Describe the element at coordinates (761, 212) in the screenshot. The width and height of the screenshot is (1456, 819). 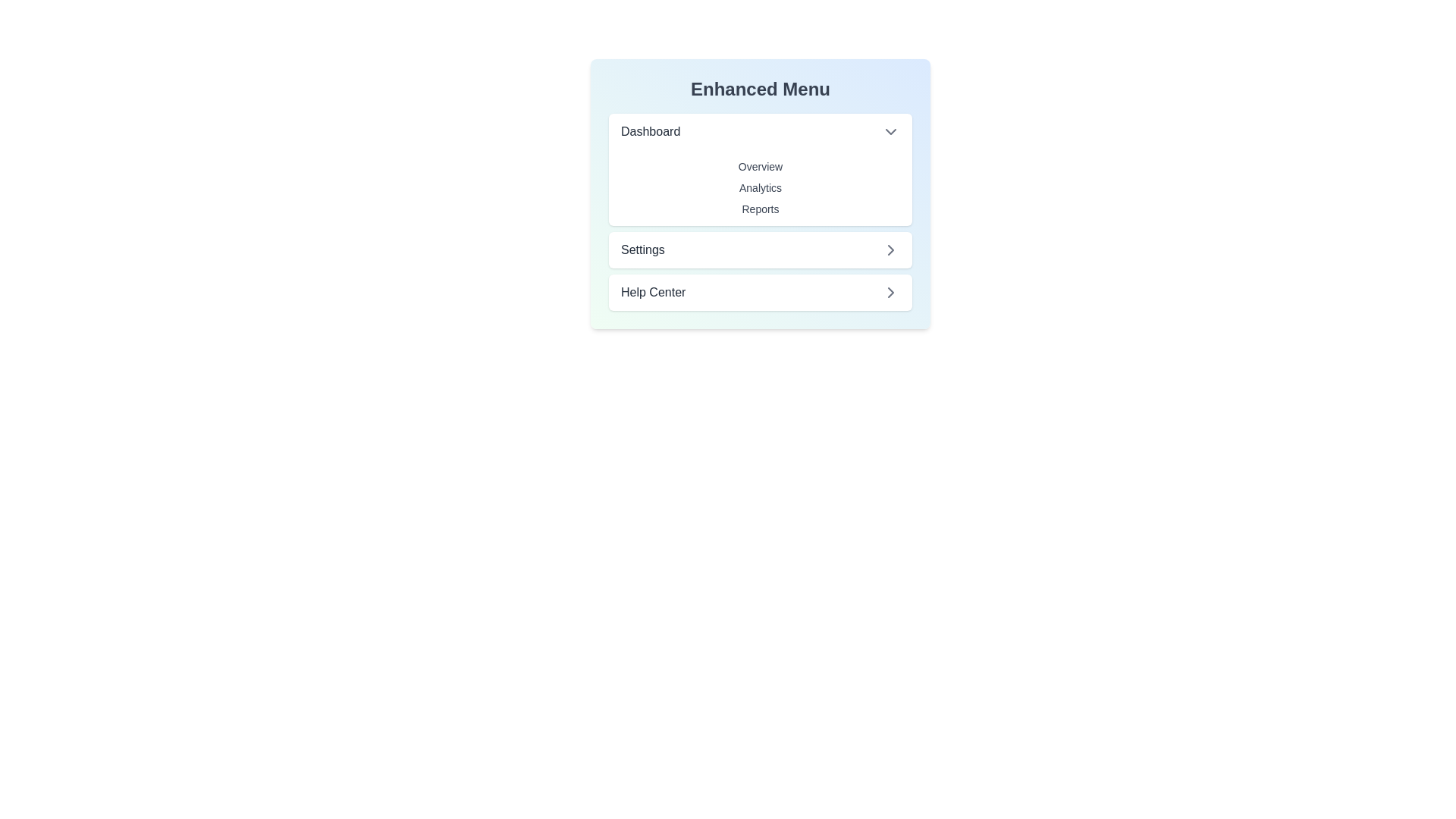
I see `the 'Reports' text label located third under the 'Dashboard' heading` at that location.